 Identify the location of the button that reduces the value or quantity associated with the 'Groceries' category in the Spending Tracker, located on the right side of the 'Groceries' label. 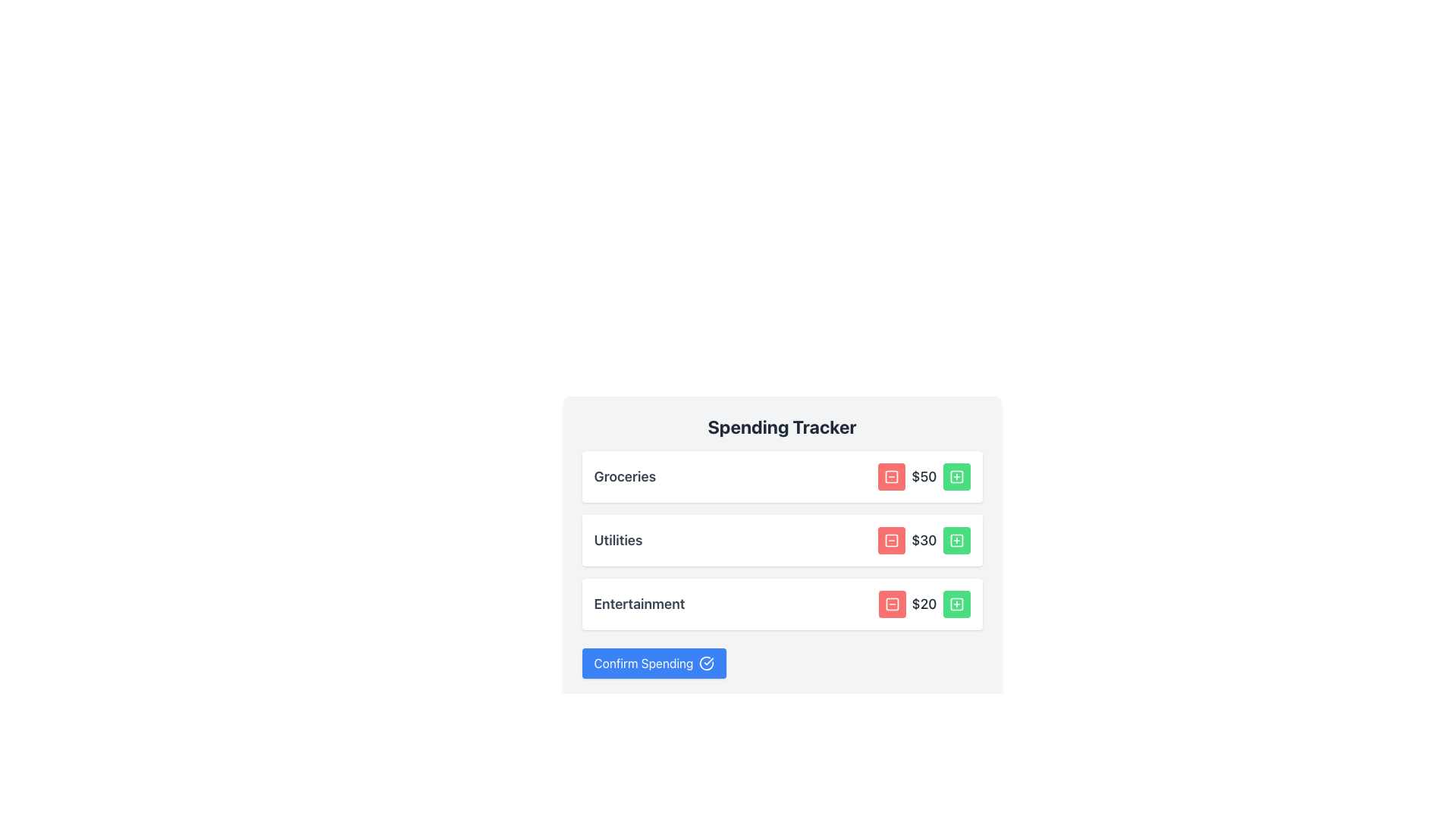
(892, 475).